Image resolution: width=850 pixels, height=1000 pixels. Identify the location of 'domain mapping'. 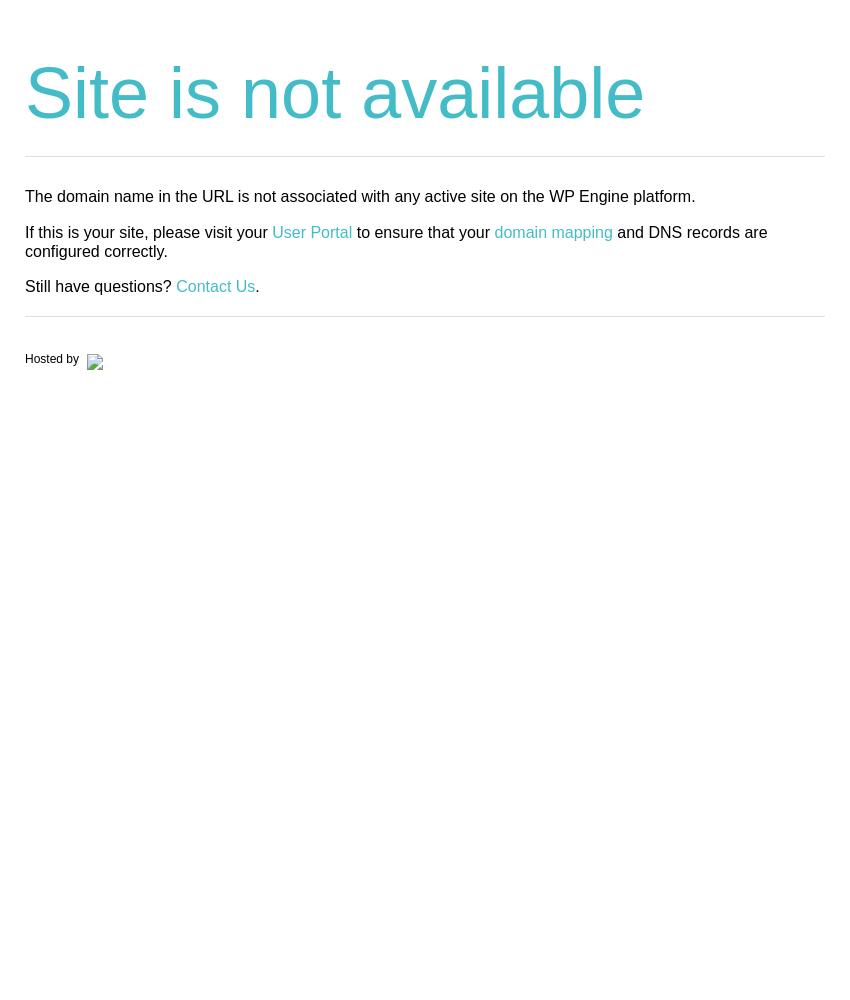
(552, 230).